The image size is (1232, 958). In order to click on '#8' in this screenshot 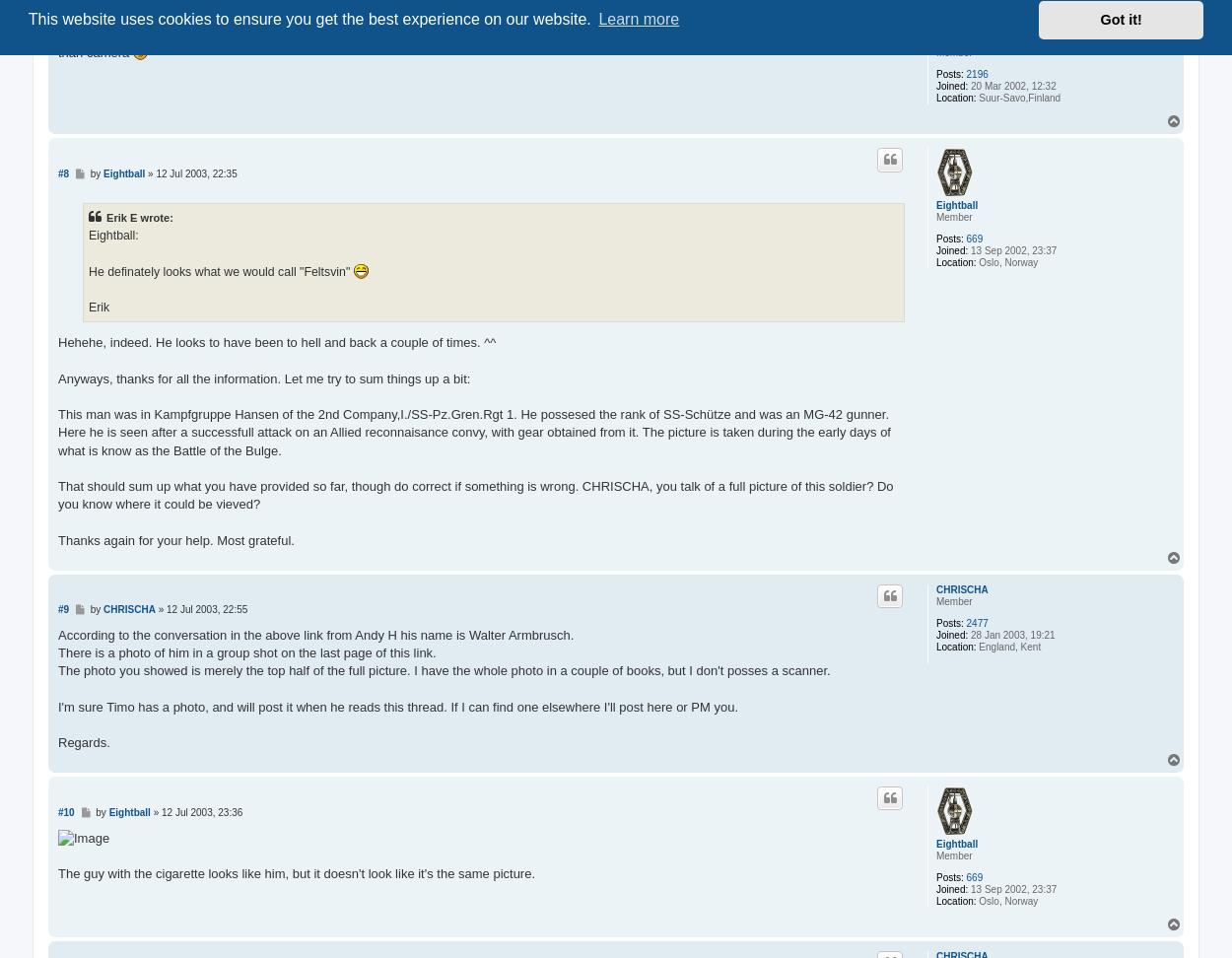, I will do `click(62, 172)`.